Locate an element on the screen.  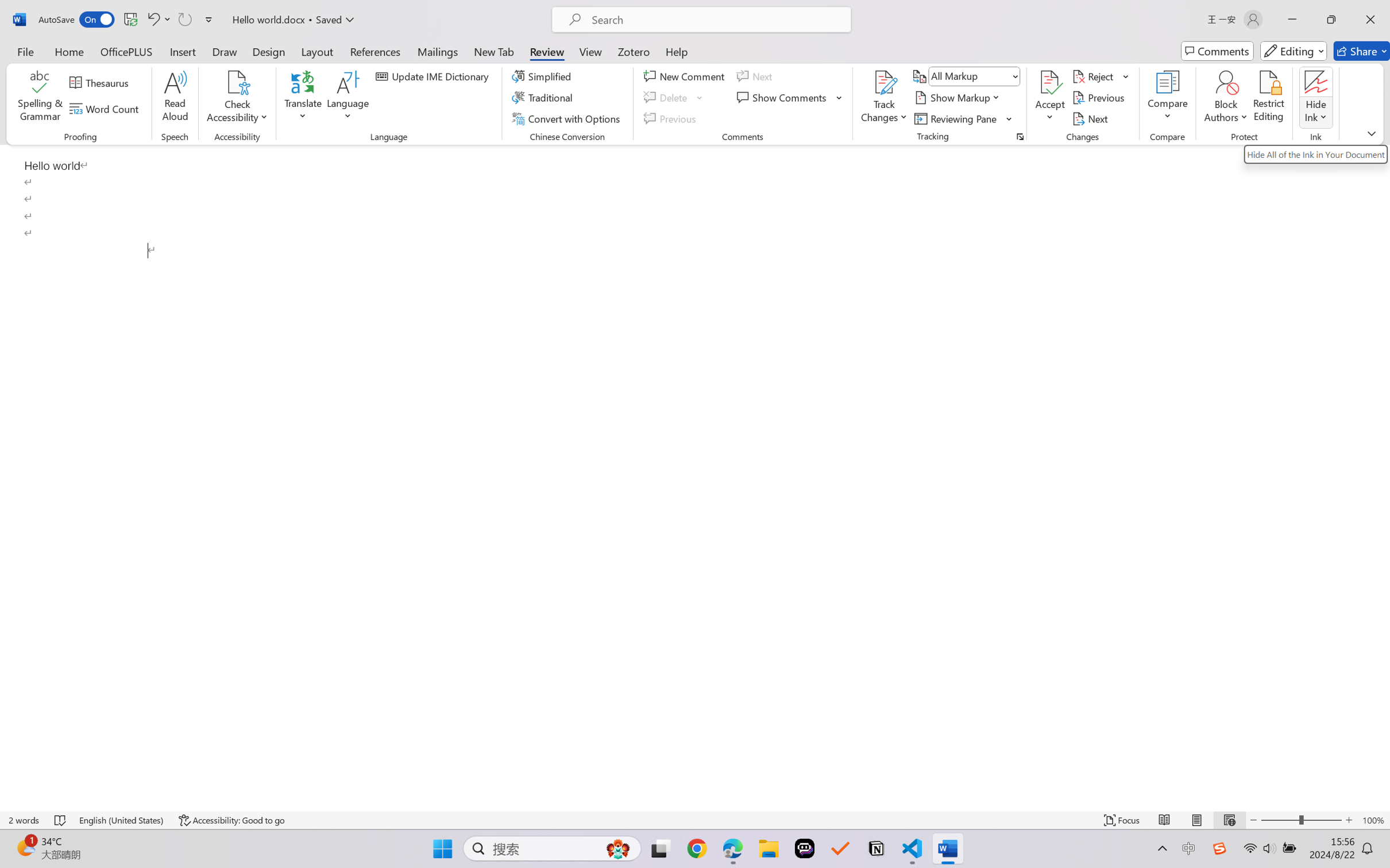
'OfficePLUS' is located at coordinates (125, 51).